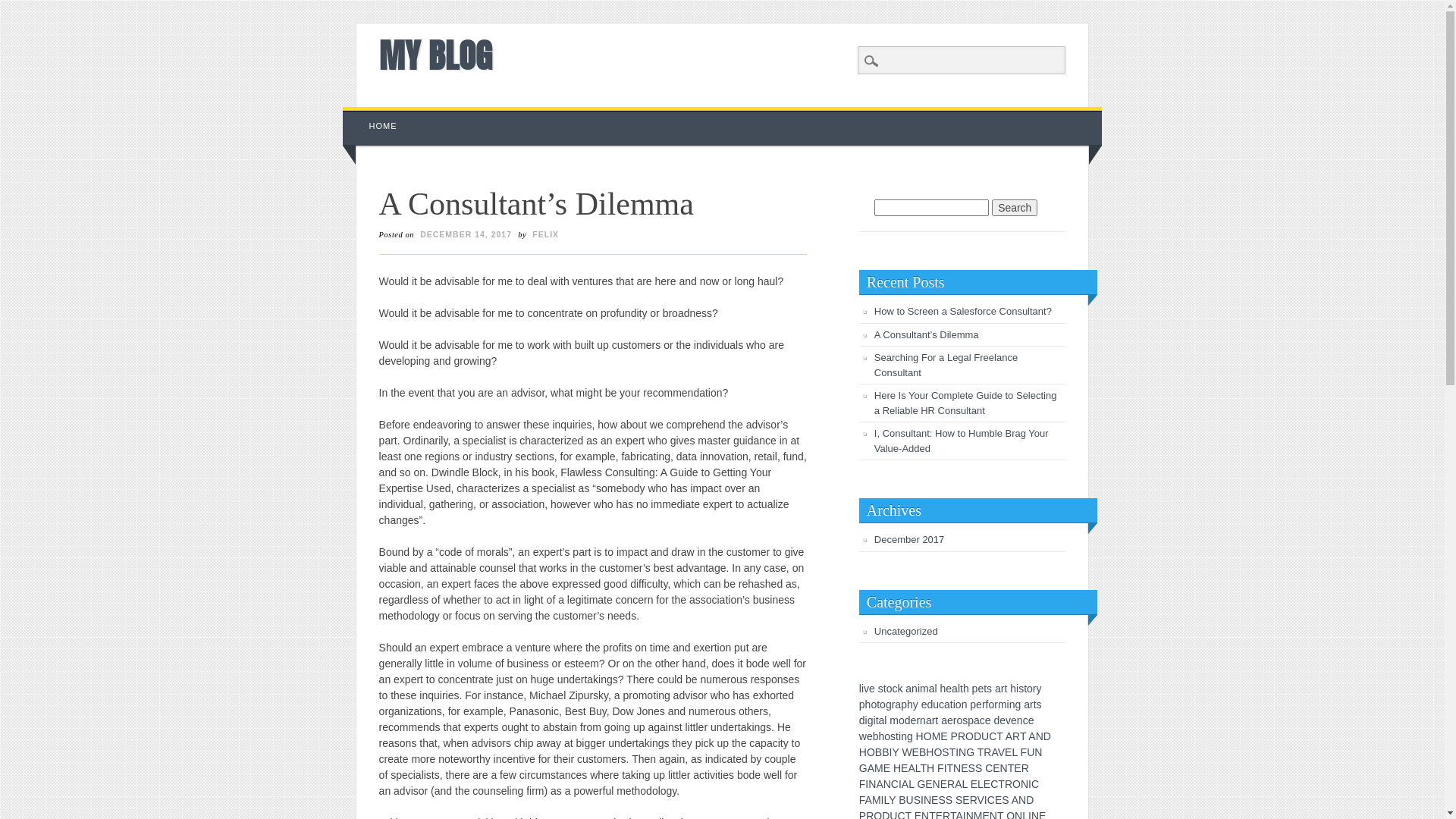 The image size is (1456, 819). Describe the element at coordinates (1022, 719) in the screenshot. I see `'c'` at that location.